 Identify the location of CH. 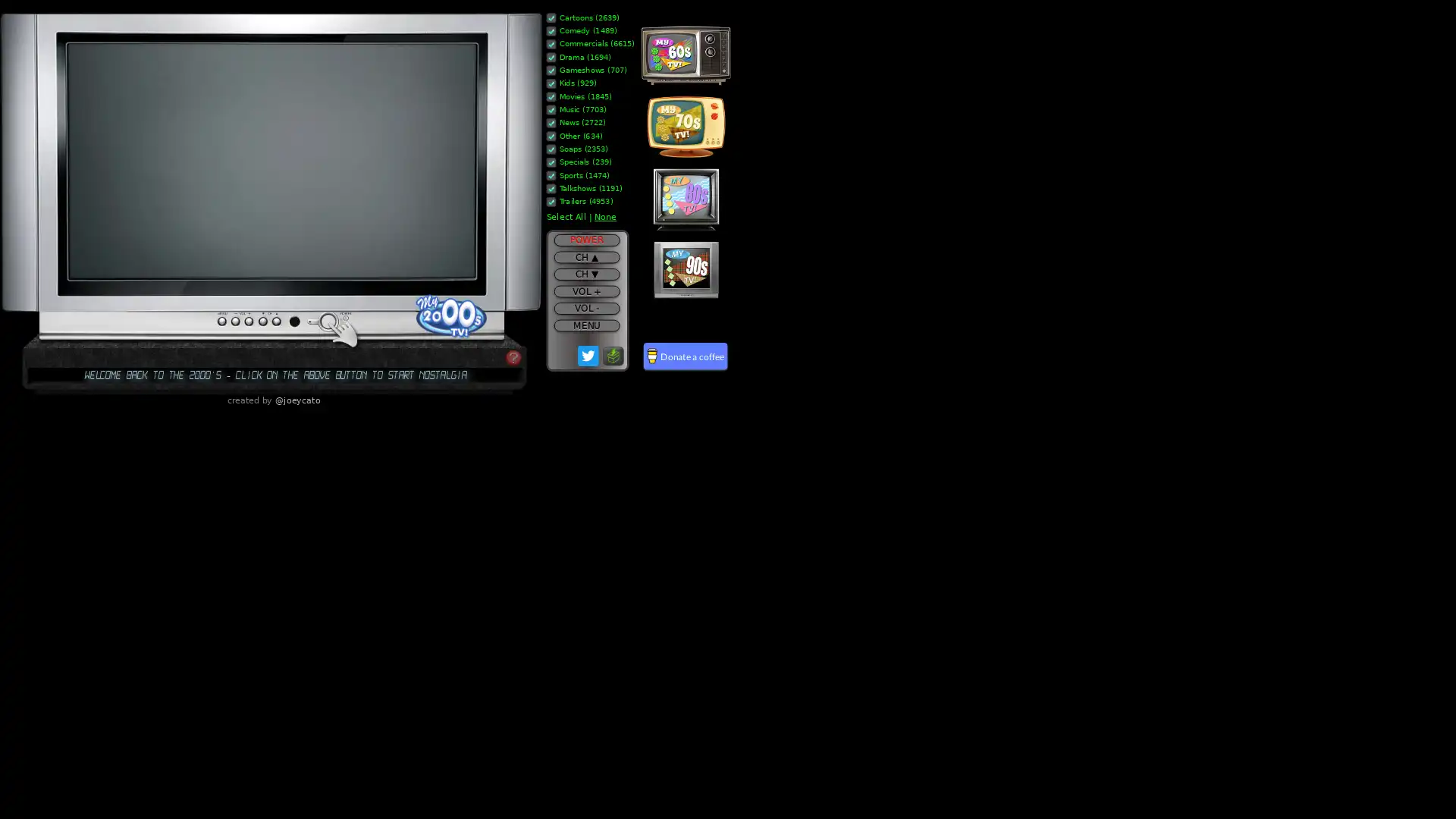
(585, 256).